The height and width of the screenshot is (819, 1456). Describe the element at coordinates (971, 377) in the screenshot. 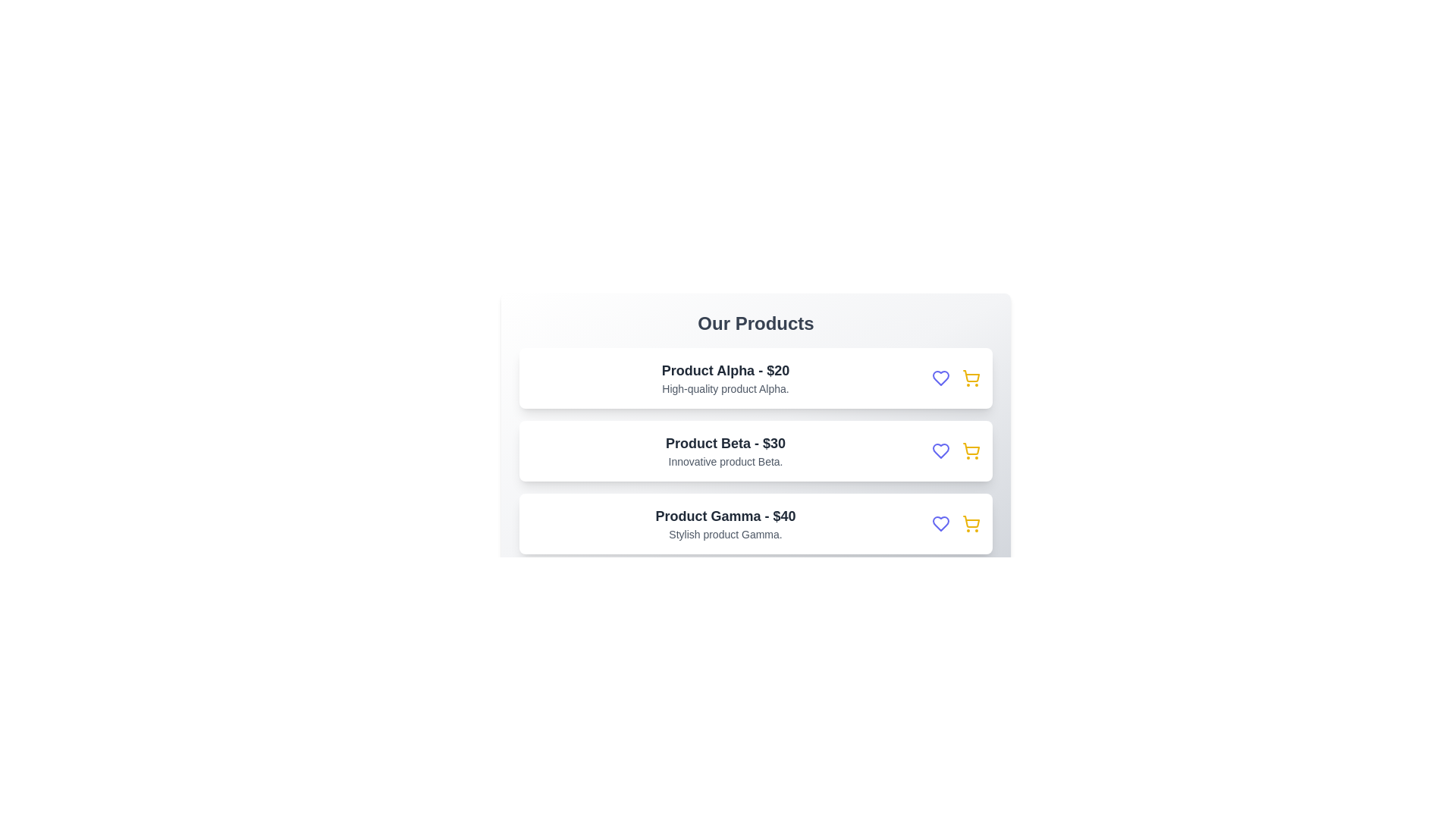

I see `the add-to-cart button for Product Alpha` at that location.